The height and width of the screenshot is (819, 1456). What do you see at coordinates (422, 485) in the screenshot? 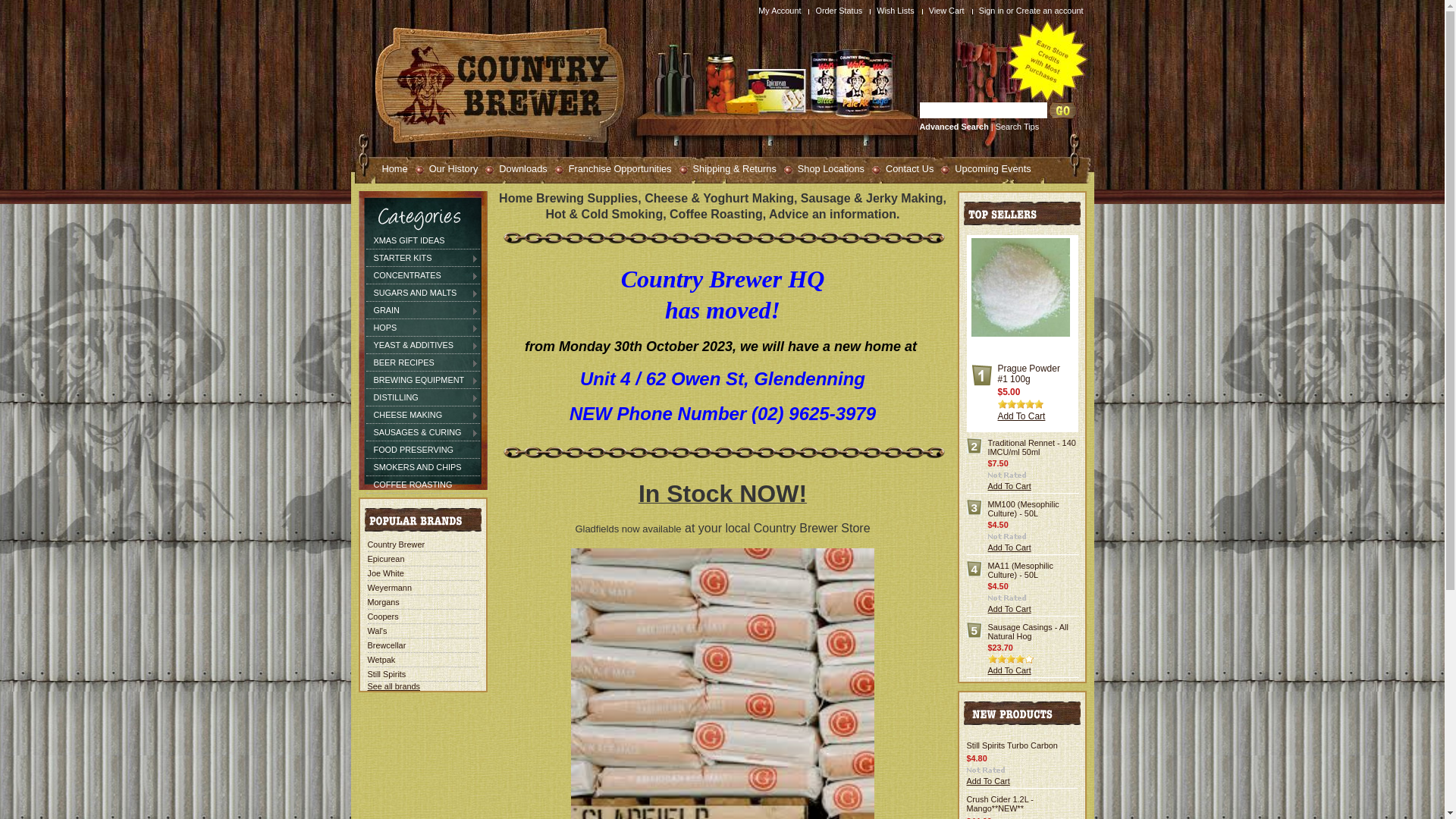
I see `'COFFEE ROASTING'` at bounding box center [422, 485].